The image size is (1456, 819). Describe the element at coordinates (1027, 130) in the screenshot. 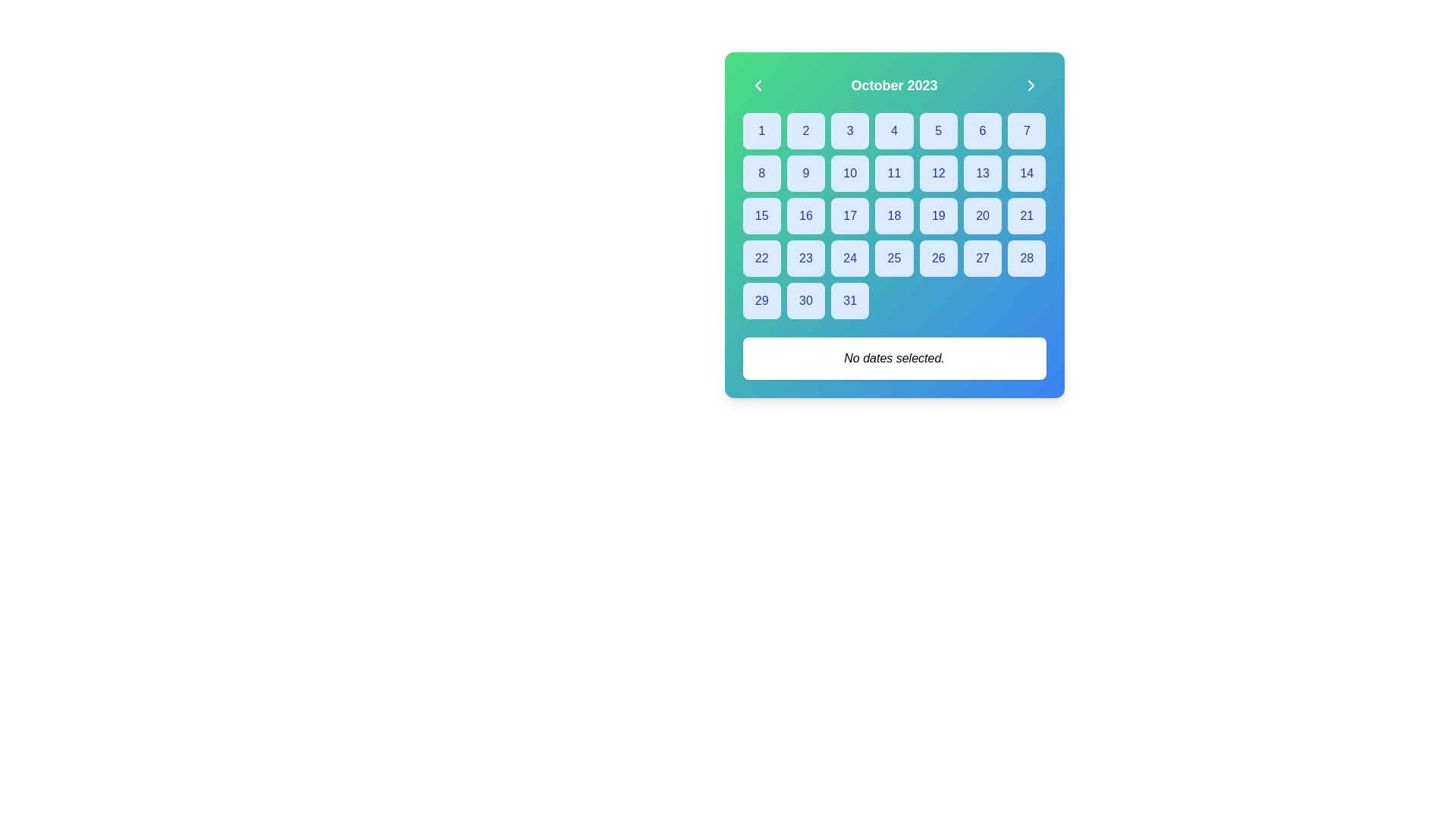

I see `the button representing the date '7' on the calendar for October 2023` at that location.